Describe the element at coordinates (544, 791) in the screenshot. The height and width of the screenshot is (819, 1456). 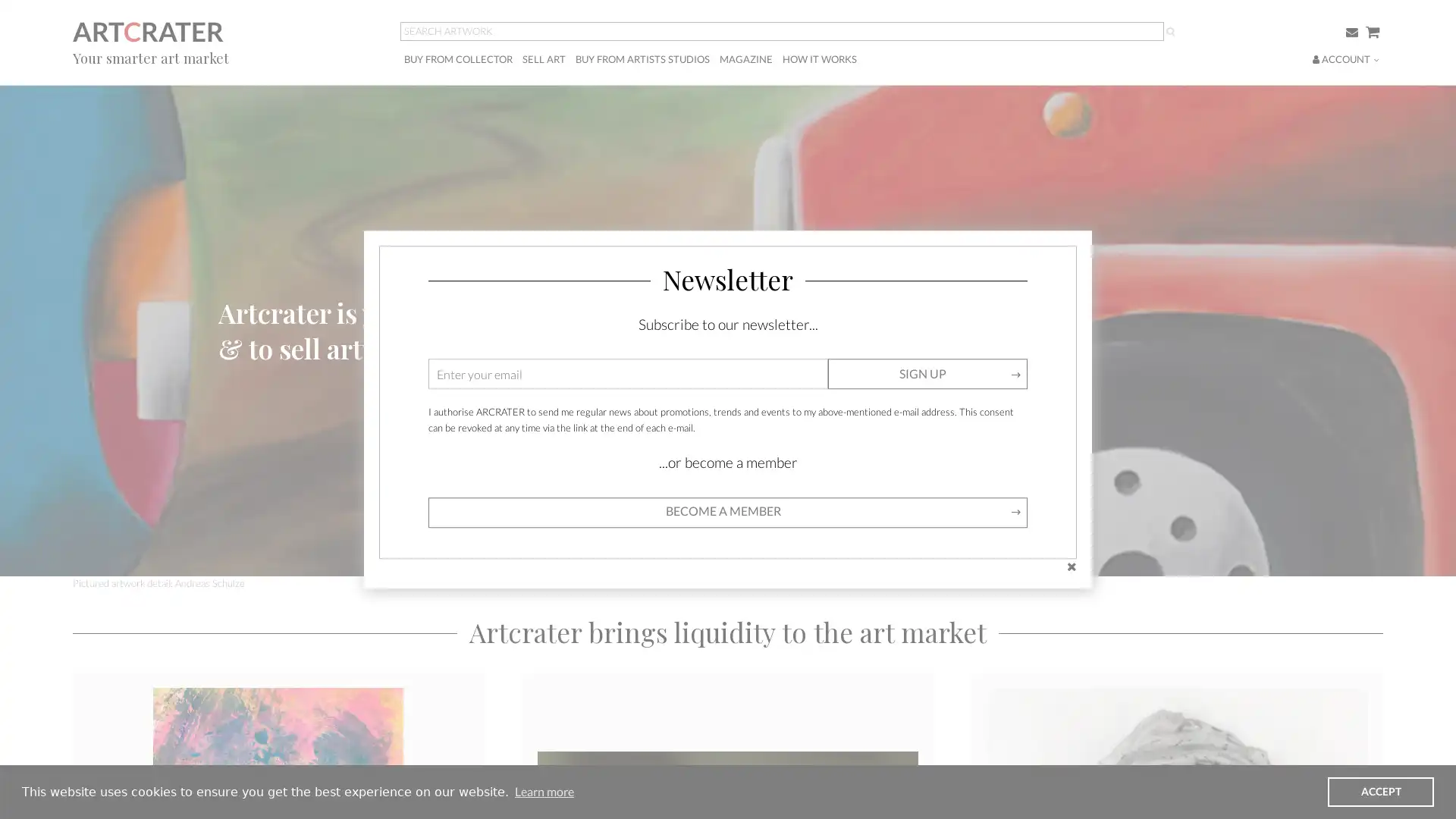
I see `learn more about cookies` at that location.